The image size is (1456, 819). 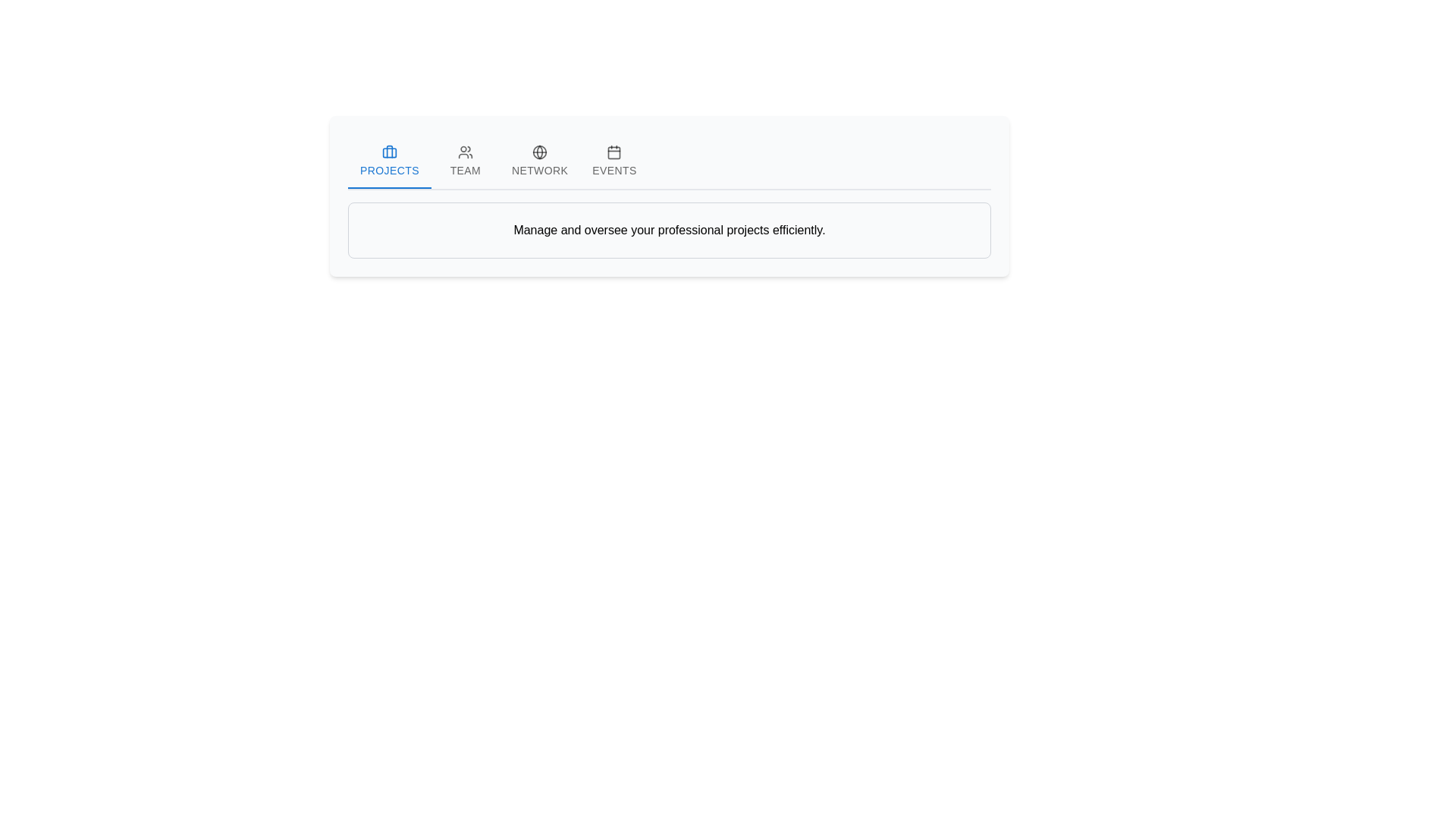 I want to click on the bottom rectangle of the briefcase icon located above the text label 'PROJECTS' in the 'Projects' tab, so click(x=389, y=153).